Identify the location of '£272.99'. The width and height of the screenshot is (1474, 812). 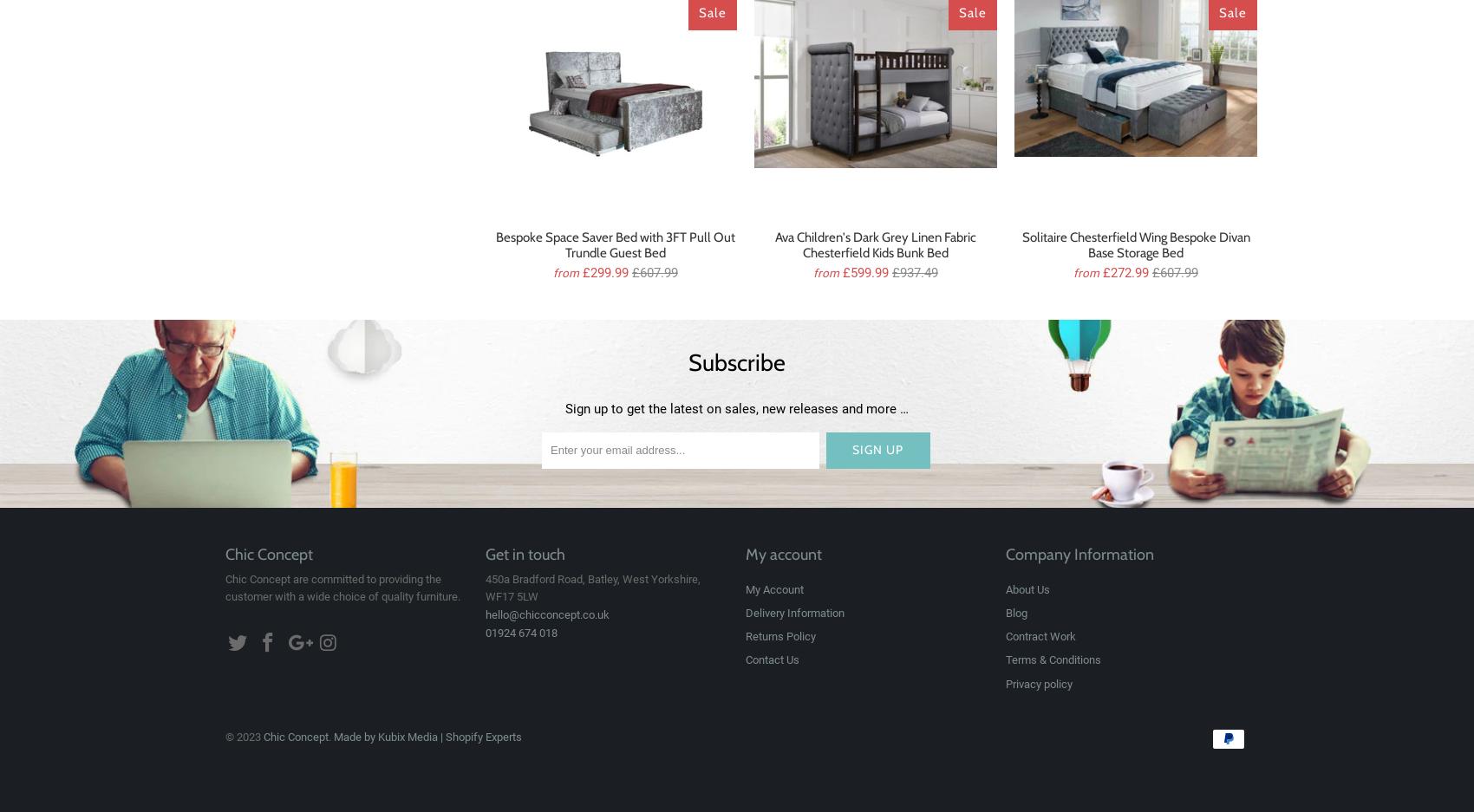
(1101, 270).